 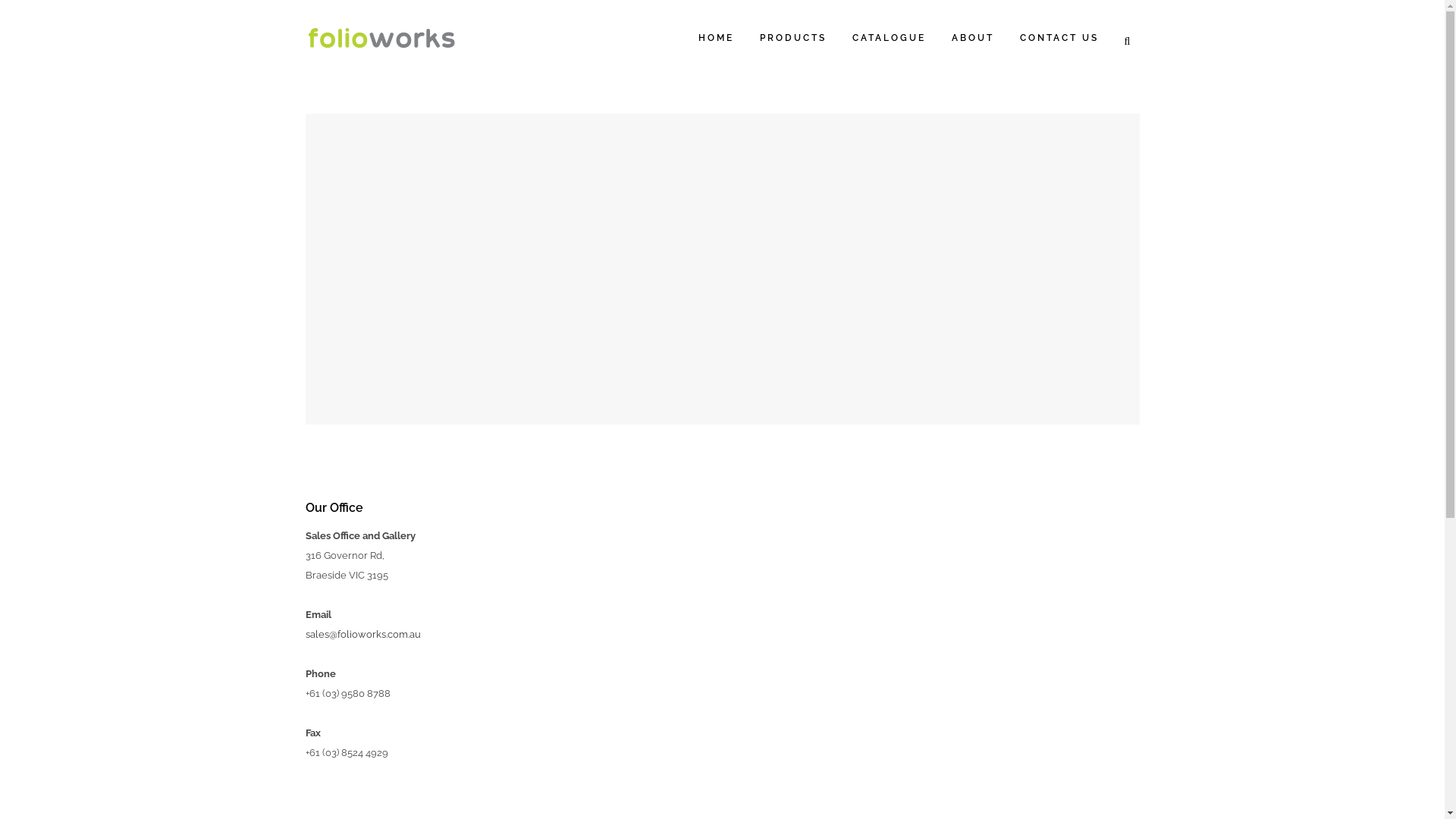 I want to click on 'CONTACT US', so click(x=1007, y=37).